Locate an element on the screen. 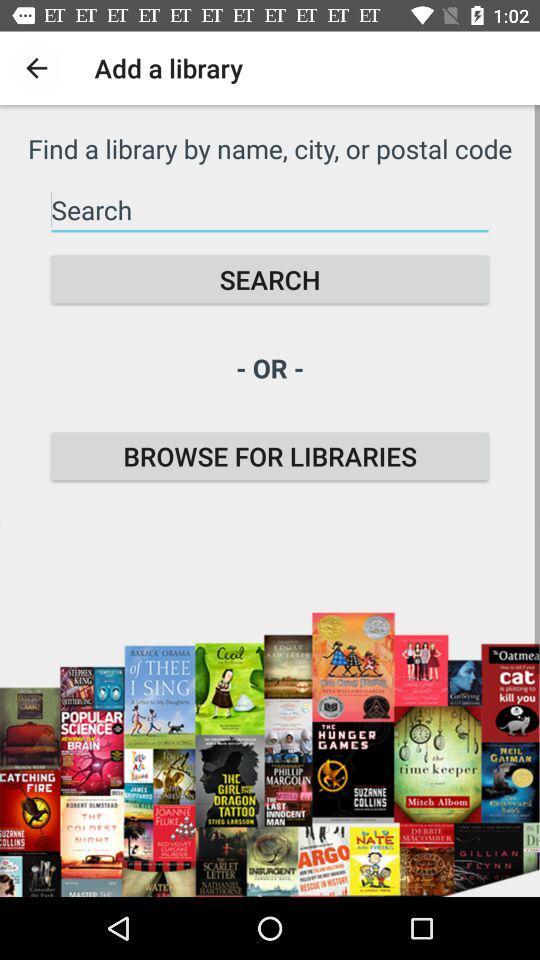  icon next to add a library icon is located at coordinates (36, 68).